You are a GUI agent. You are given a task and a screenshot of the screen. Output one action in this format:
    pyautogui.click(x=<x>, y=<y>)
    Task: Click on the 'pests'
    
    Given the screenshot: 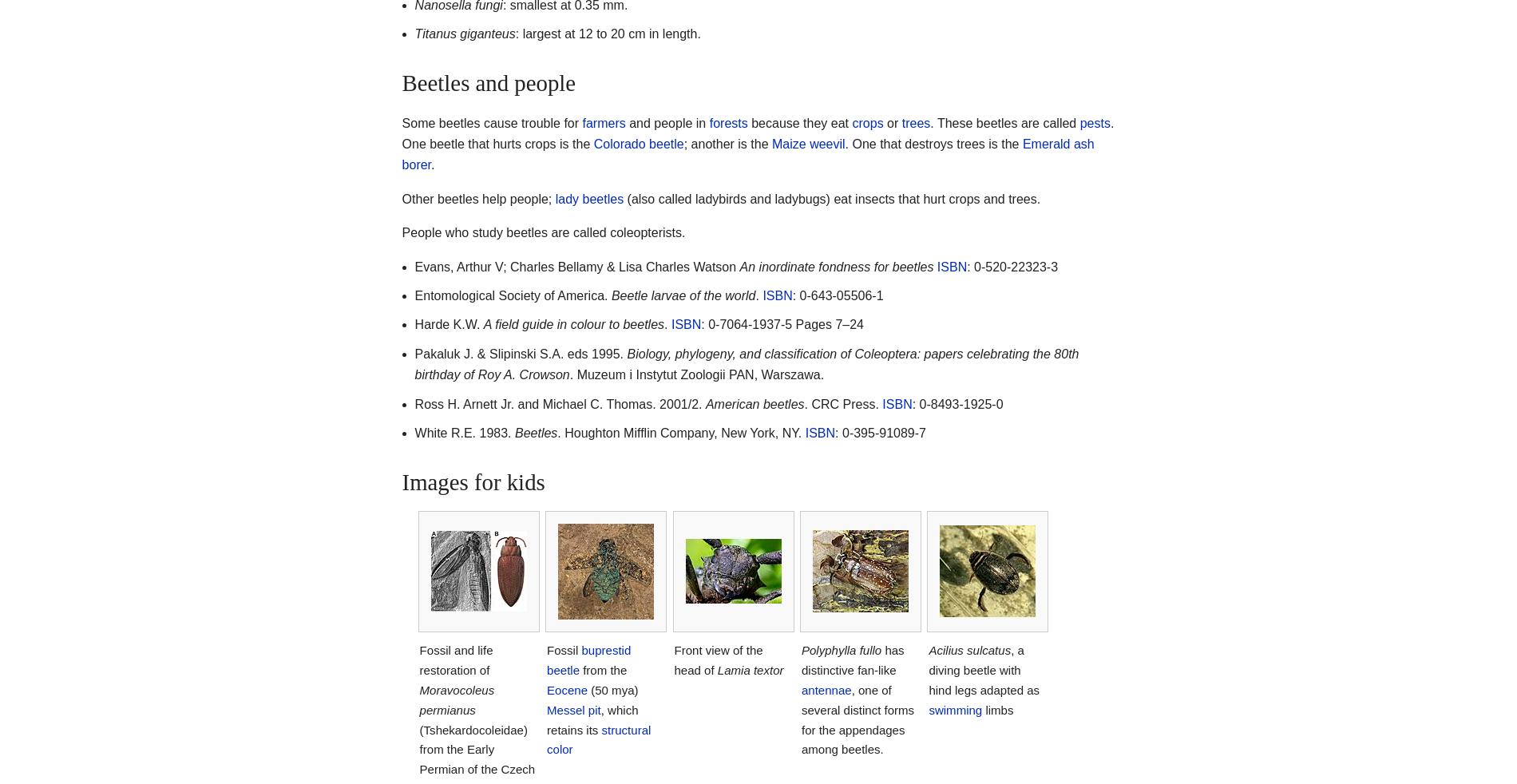 What is the action you would take?
    pyautogui.click(x=1094, y=121)
    